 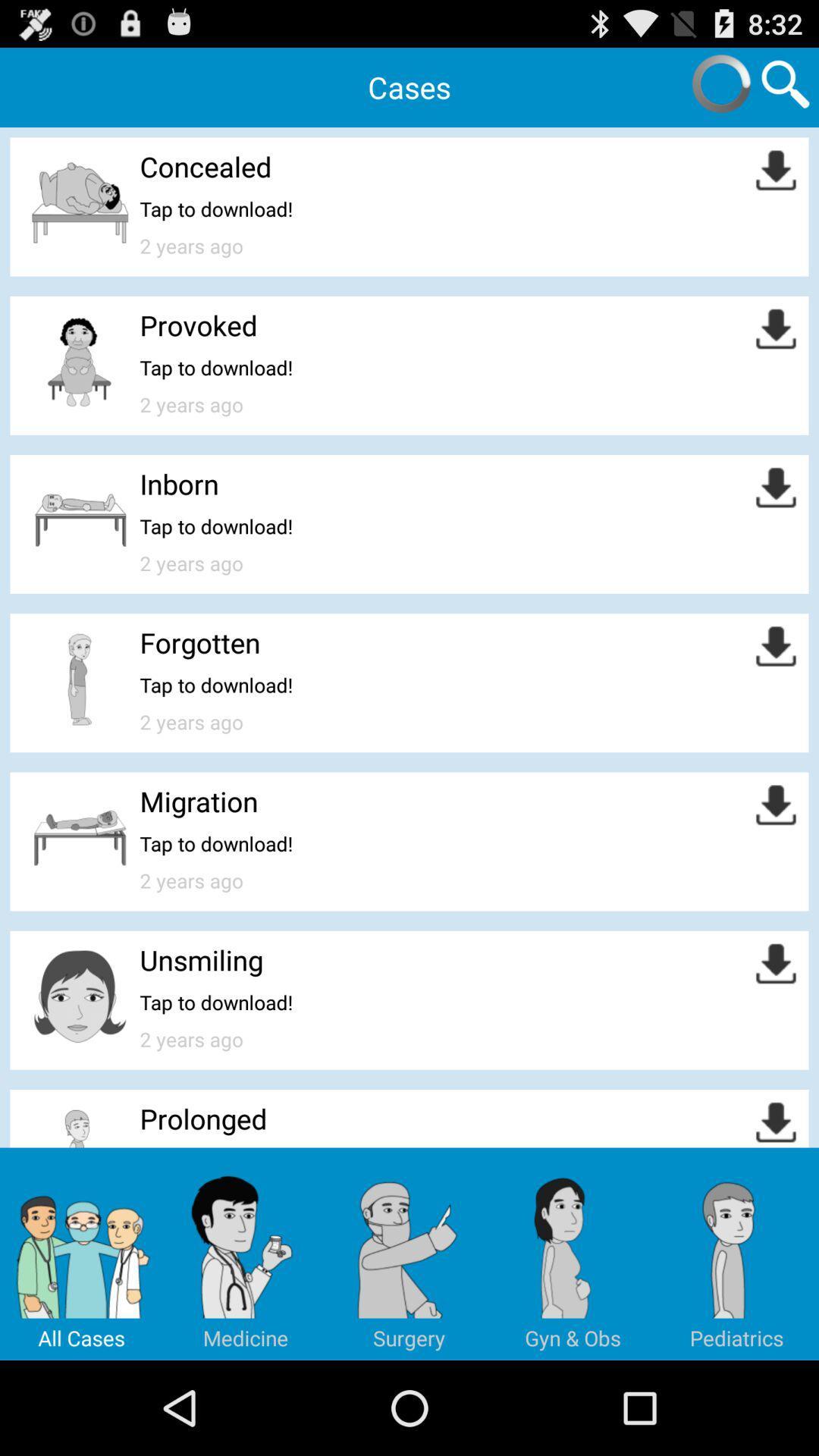 What do you see at coordinates (198, 324) in the screenshot?
I see `the icon above tap to download!` at bounding box center [198, 324].